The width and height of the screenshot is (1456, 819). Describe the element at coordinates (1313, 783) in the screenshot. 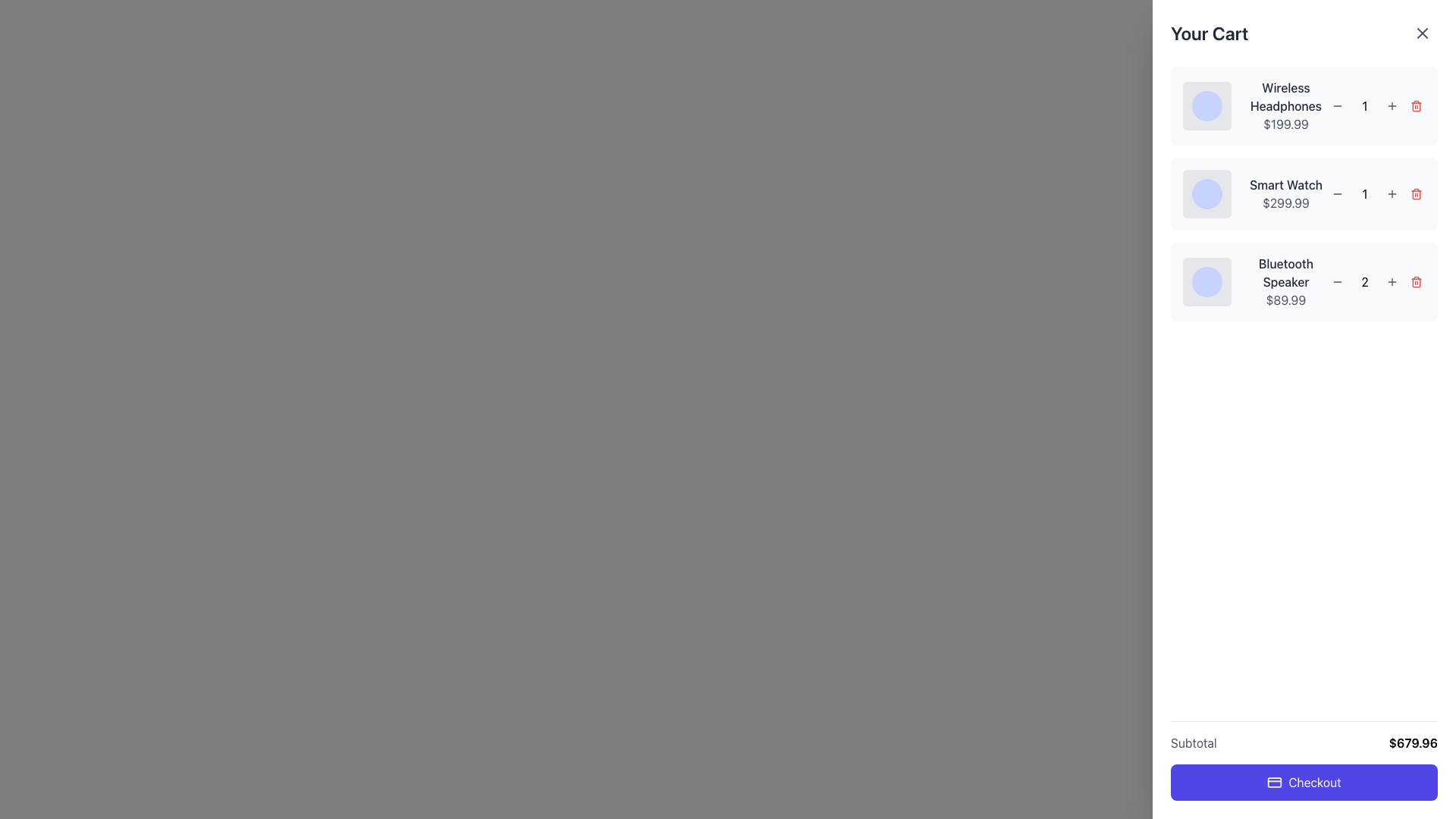

I see `the 'Checkout' text label within the blue button located at the bottom-right of the interface to finalize a transaction` at that location.